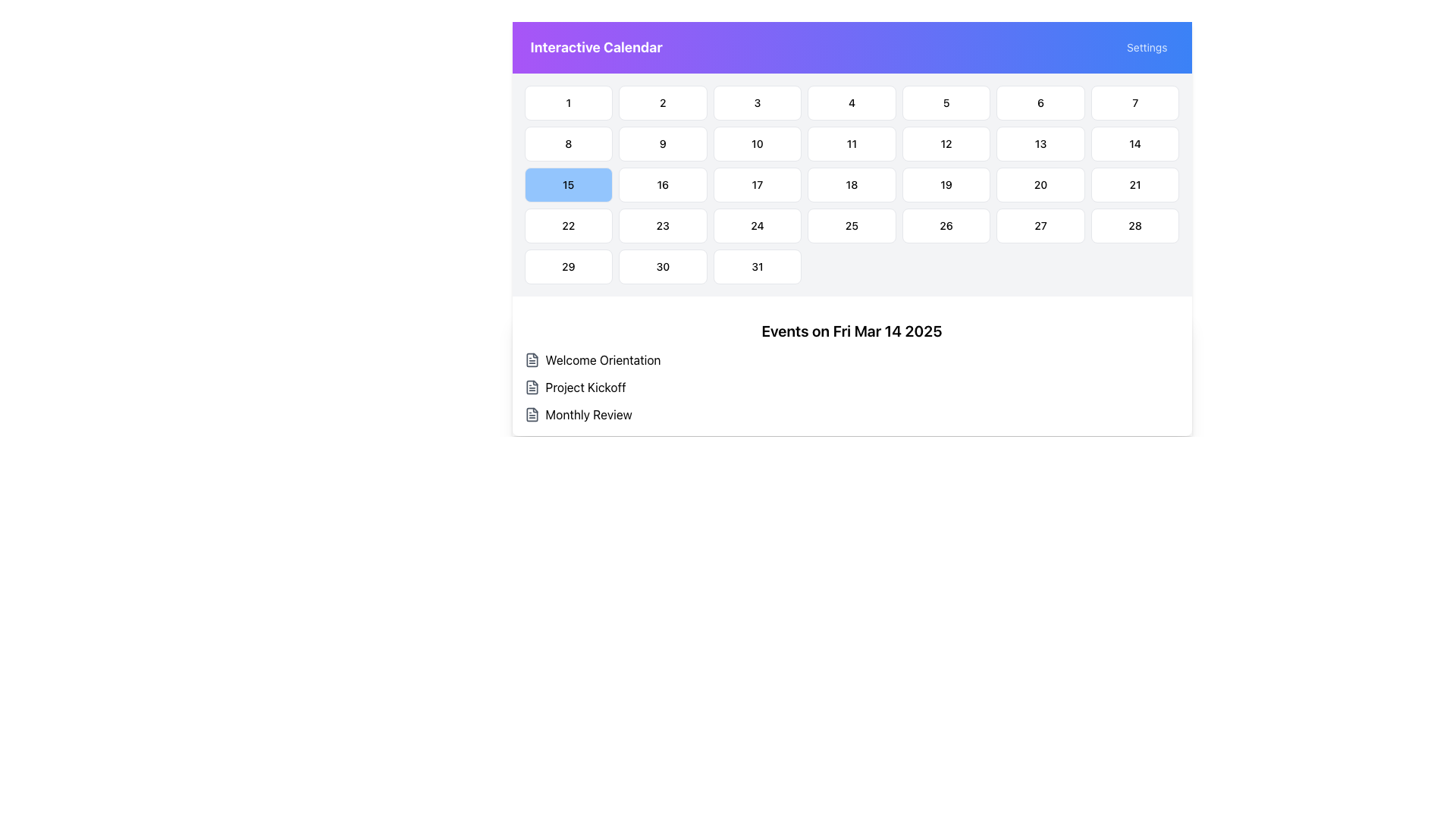 The image size is (1456, 819). What do you see at coordinates (663, 143) in the screenshot?
I see `the textual label displaying the number '9' in the calendar UI` at bounding box center [663, 143].